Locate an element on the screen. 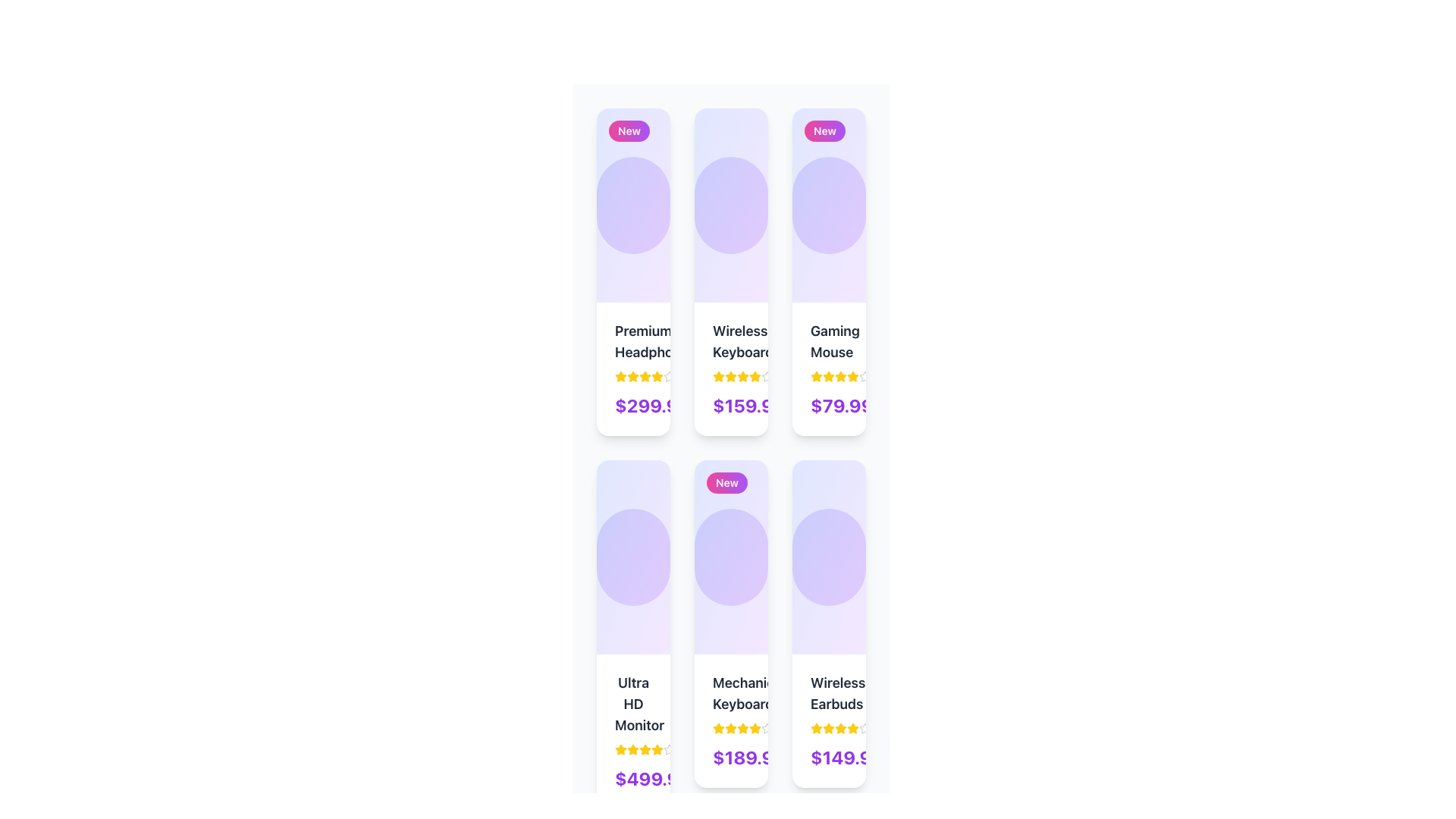 This screenshot has height=819, width=1456. text content displaying the price of the 'Ultra HD Monitor' located at the bottom-center of the card in the grid layout is located at coordinates (633, 778).